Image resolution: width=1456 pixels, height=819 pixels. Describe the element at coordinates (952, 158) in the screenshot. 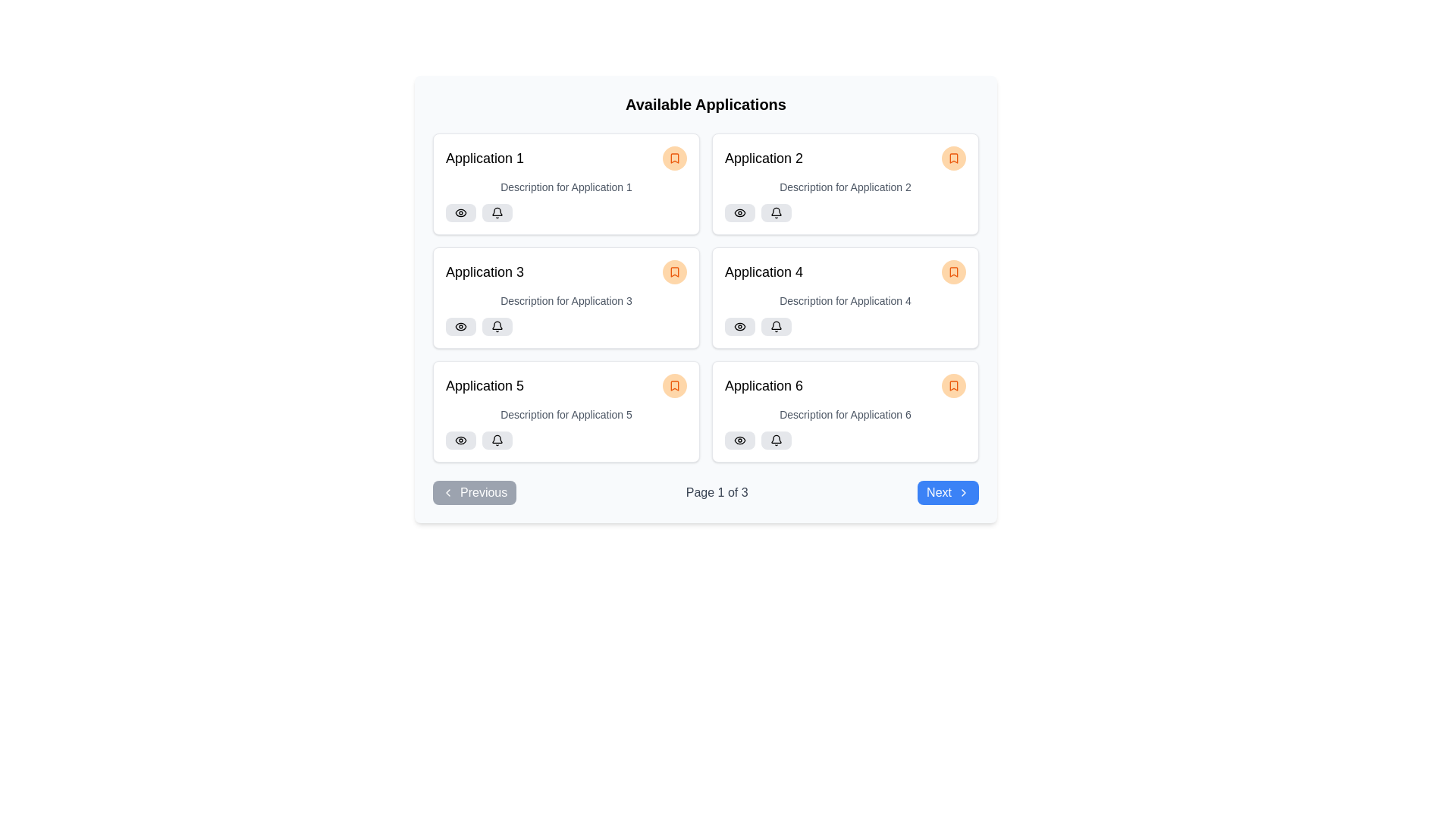

I see `the bookmark icon located at the top-right corner of the 'Application 2' card` at that location.